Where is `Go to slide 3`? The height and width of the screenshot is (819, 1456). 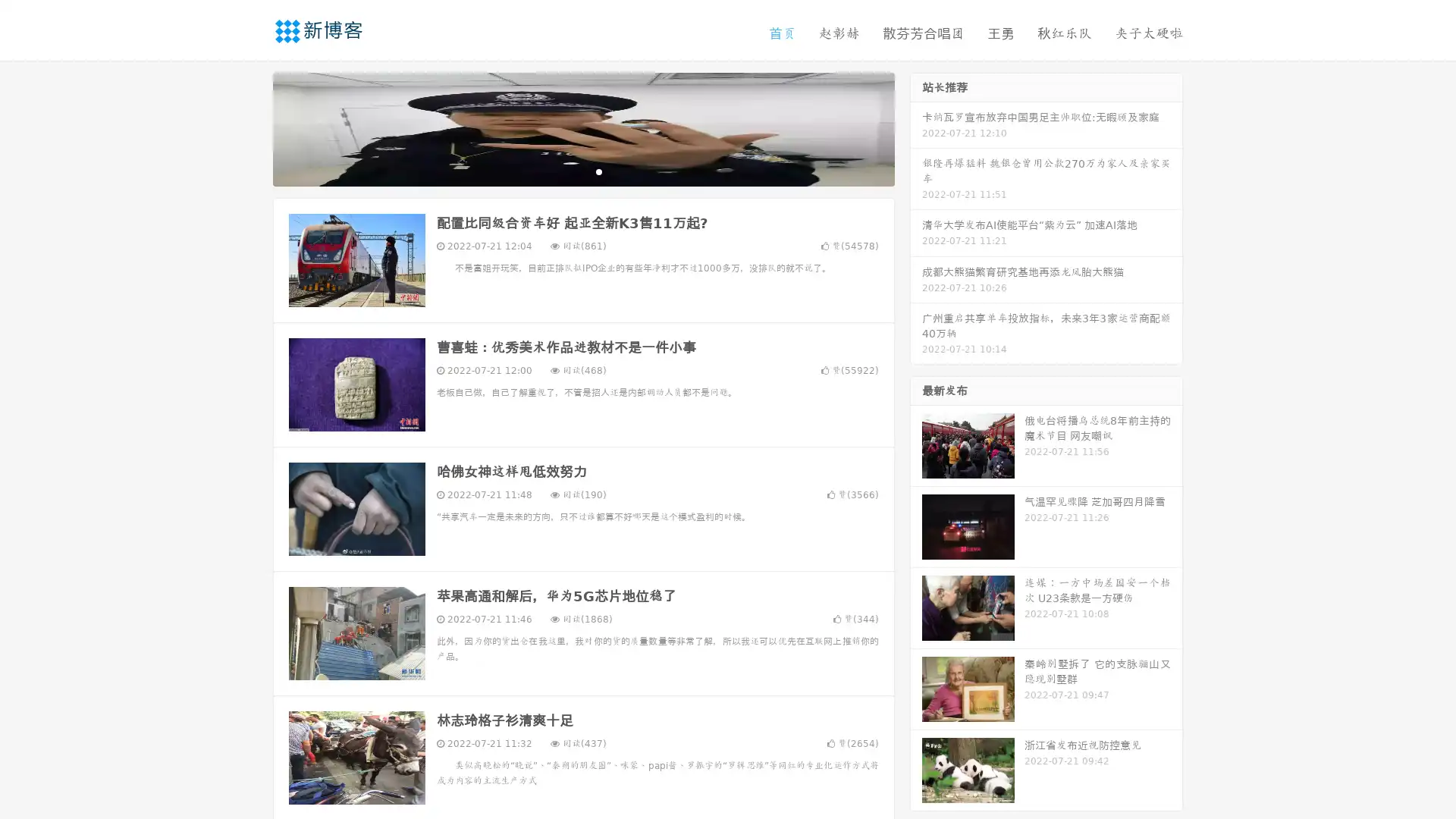 Go to slide 3 is located at coordinates (598, 171).